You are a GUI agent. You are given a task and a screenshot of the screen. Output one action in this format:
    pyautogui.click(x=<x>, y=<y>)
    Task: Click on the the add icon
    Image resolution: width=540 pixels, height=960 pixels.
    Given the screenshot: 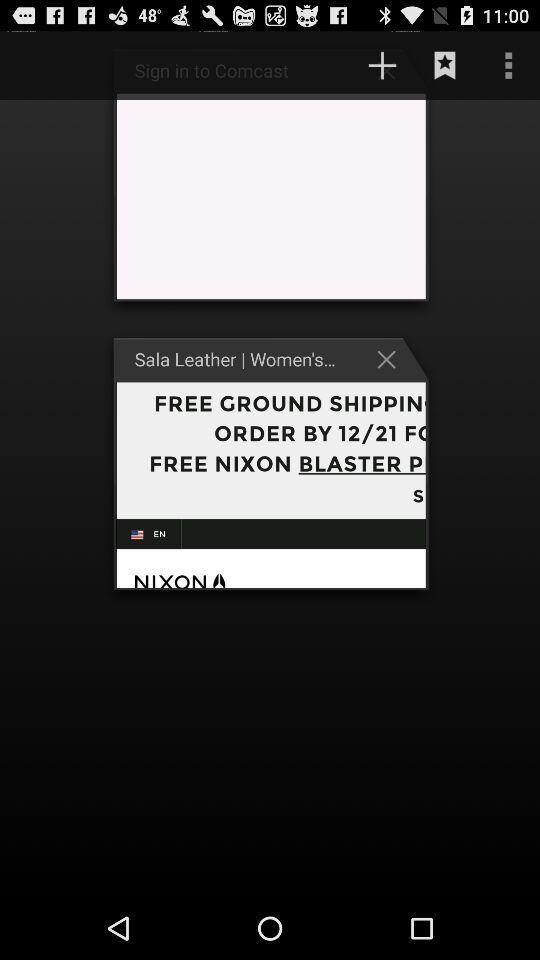 What is the action you would take?
    pyautogui.click(x=391, y=75)
    